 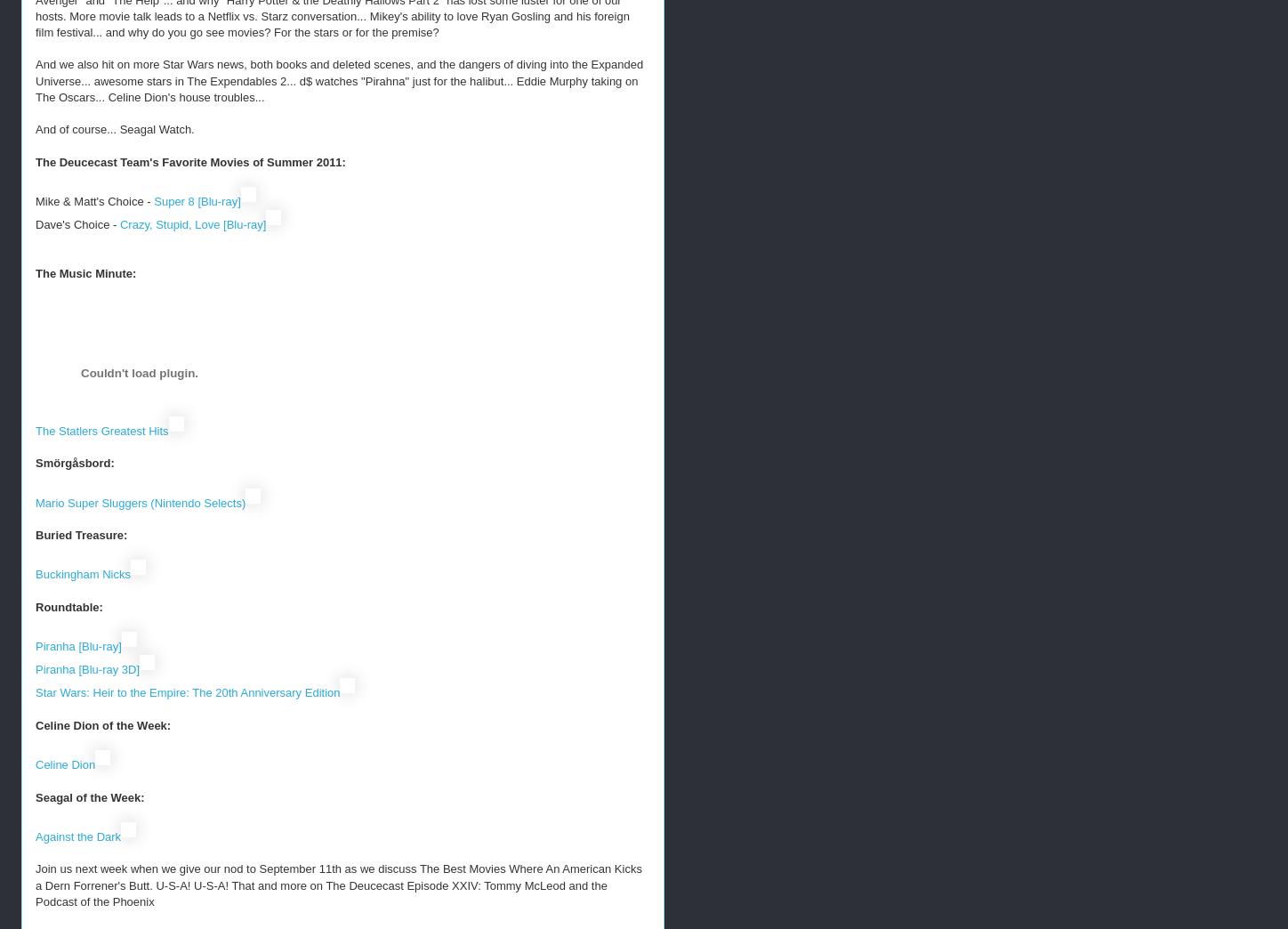 What do you see at coordinates (139, 501) in the screenshot?
I see `'Mario Super Sluggers (Nintendo Selects)'` at bounding box center [139, 501].